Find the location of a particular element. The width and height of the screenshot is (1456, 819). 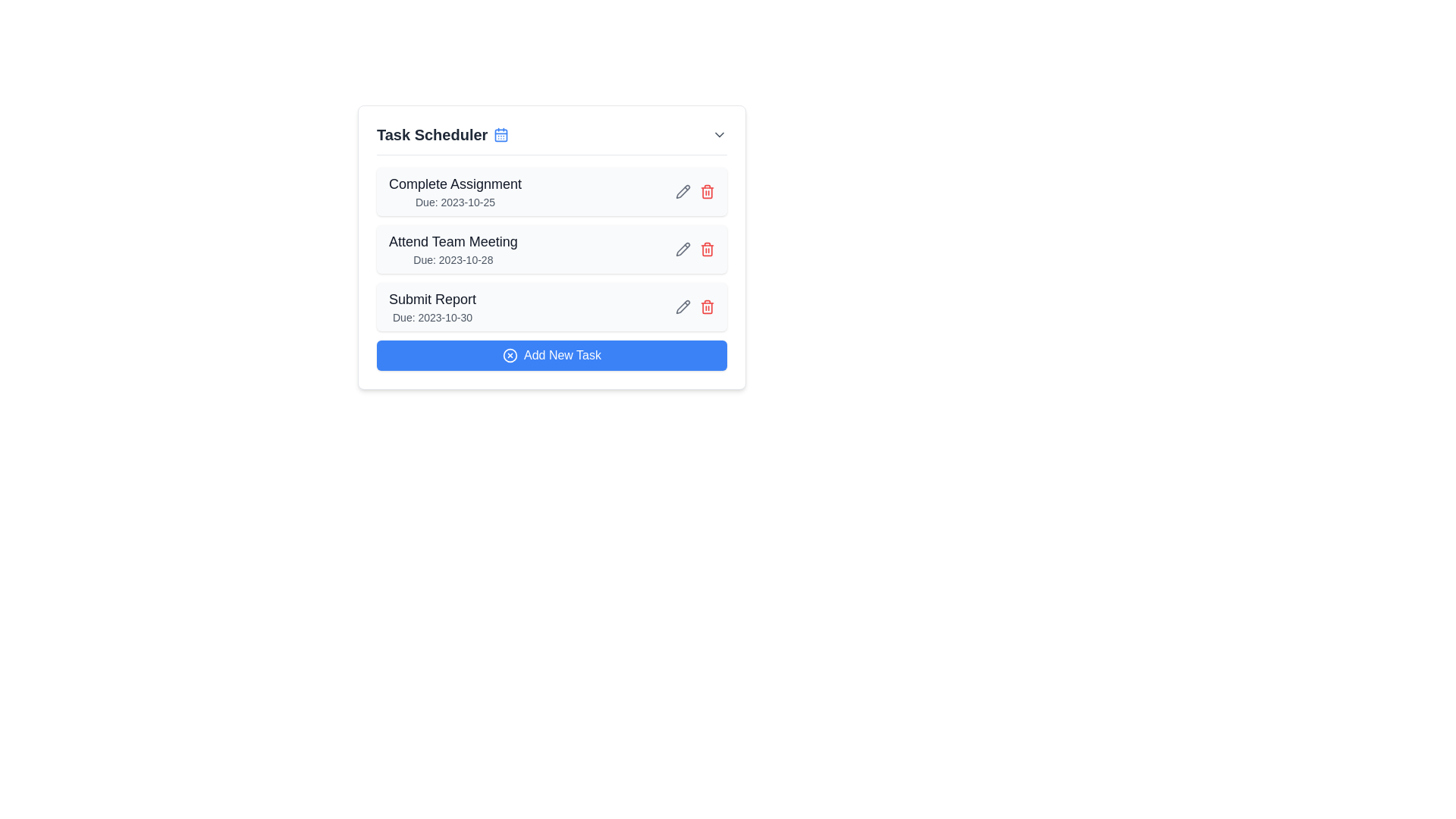

text label that says 'Attend Team Meeting', which is prominently displayed in bold and larger font above the due date in the task scheduler interface is located at coordinates (452, 241).